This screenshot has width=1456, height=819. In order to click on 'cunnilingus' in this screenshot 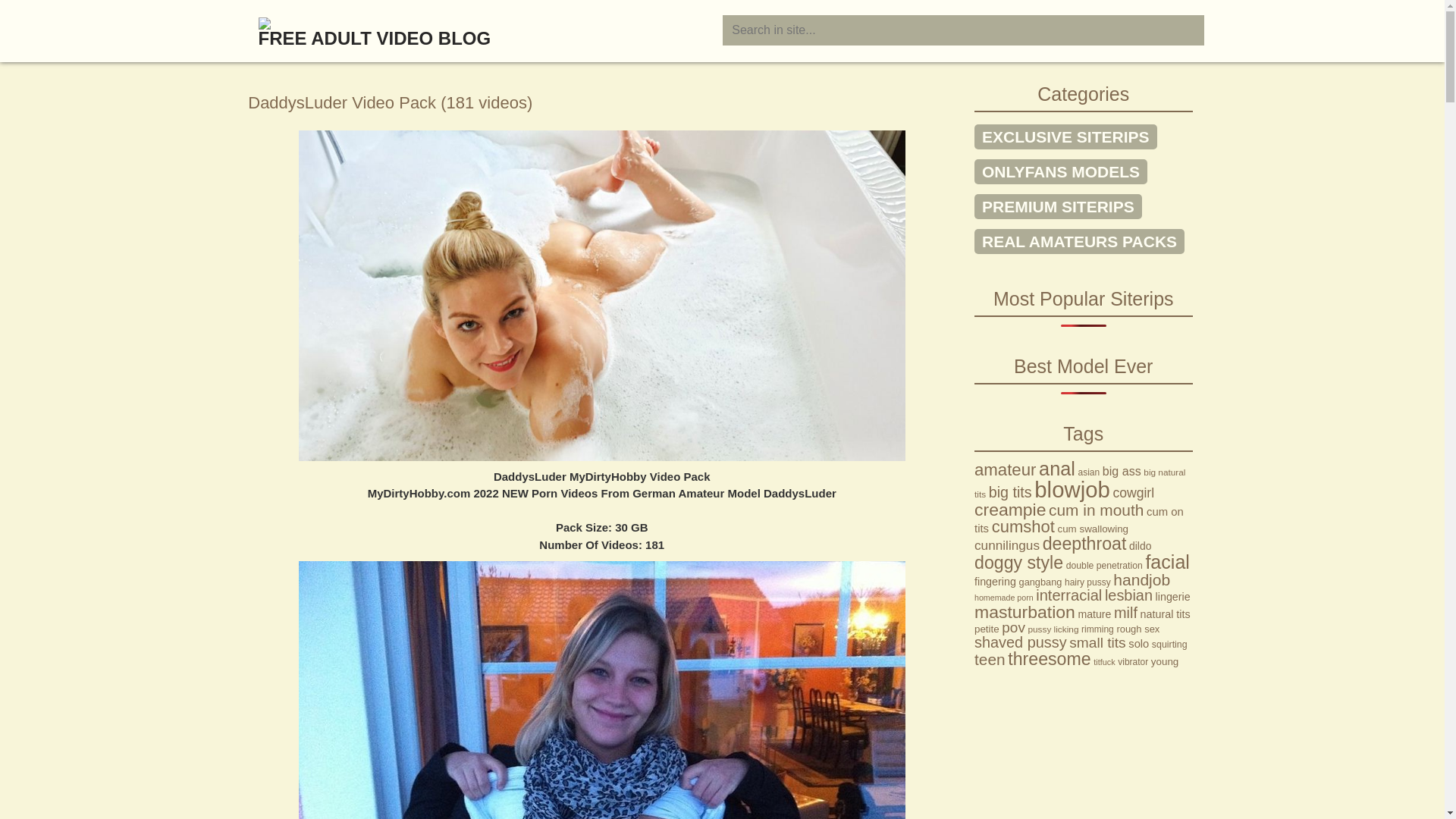, I will do `click(1007, 544)`.